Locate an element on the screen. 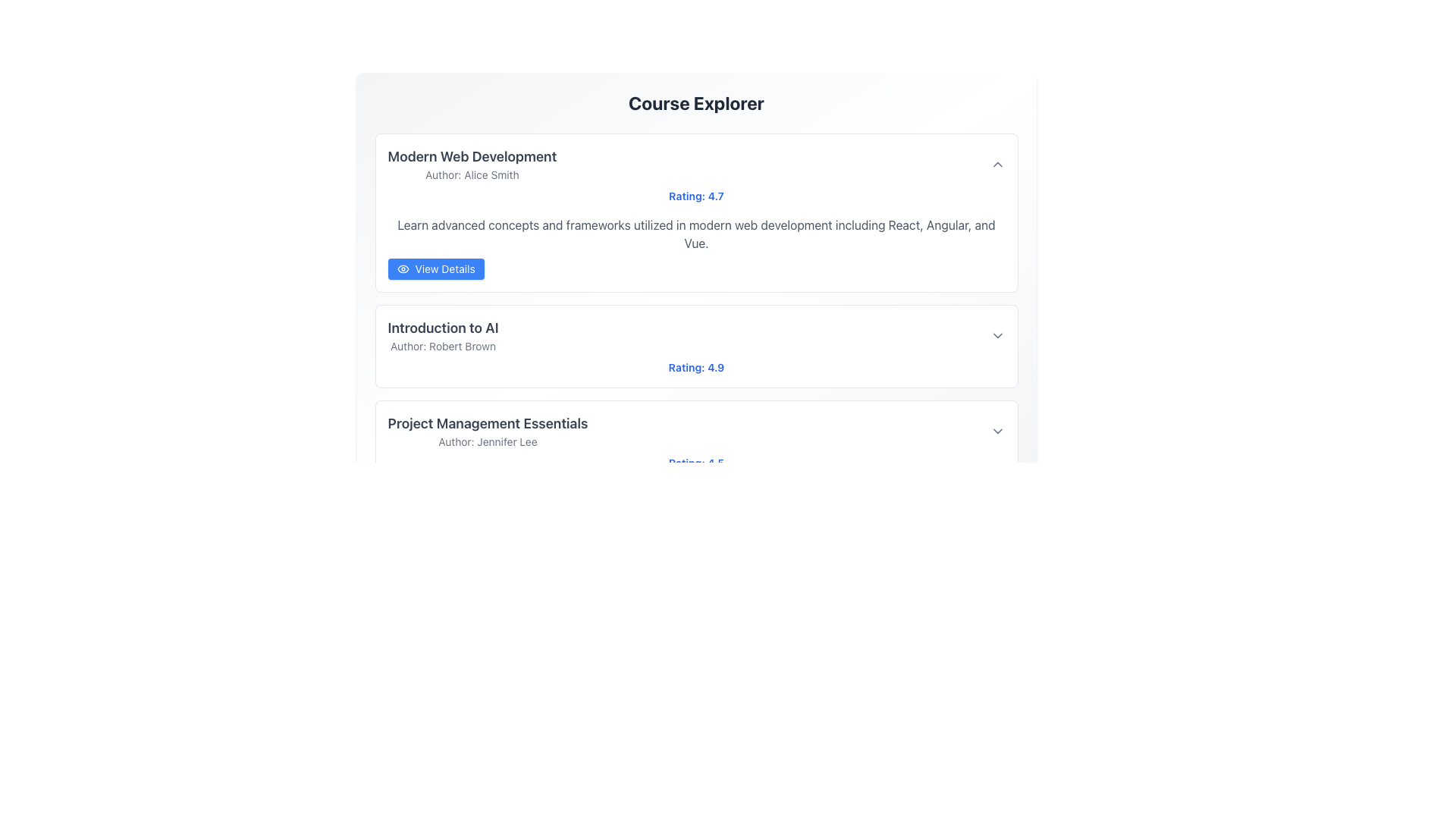  the text label displaying 'Author: Alice Smith' in a small gray font, located below 'Modern Web Development' is located at coordinates (471, 174).